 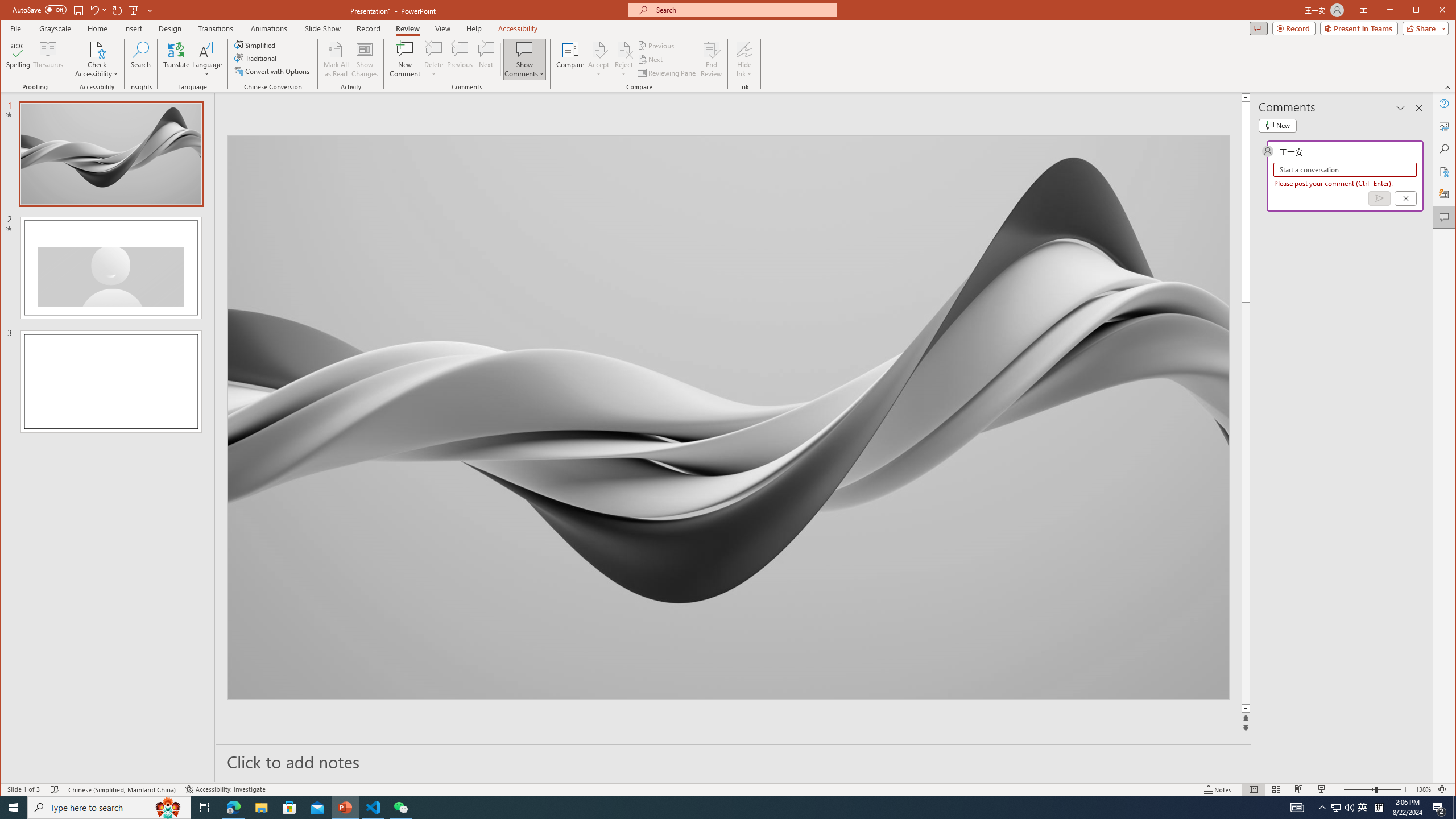 I want to click on 'Reviewing Pane', so click(x=667, y=72).